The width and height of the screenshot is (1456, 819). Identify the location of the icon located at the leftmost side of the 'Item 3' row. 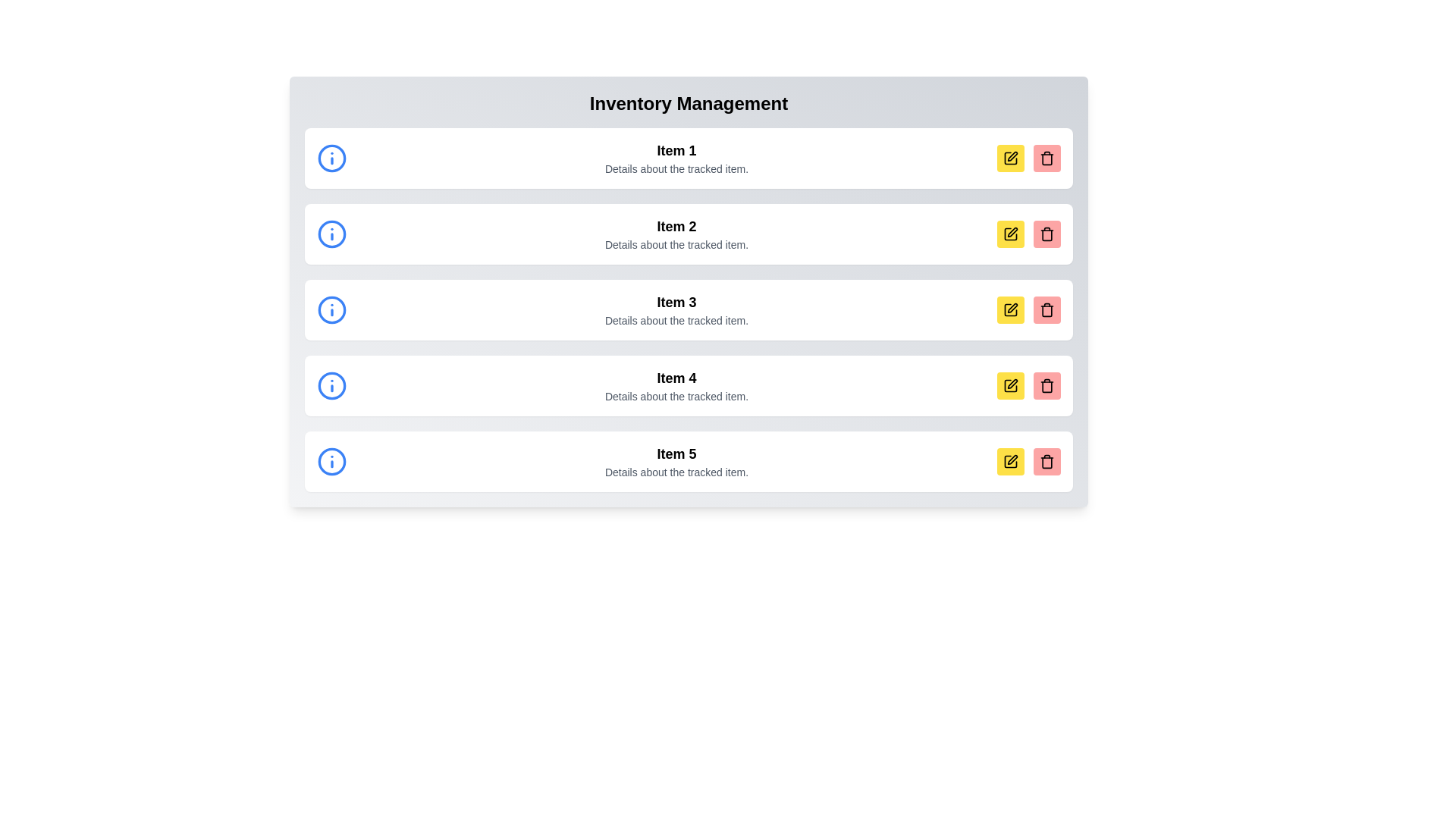
(331, 309).